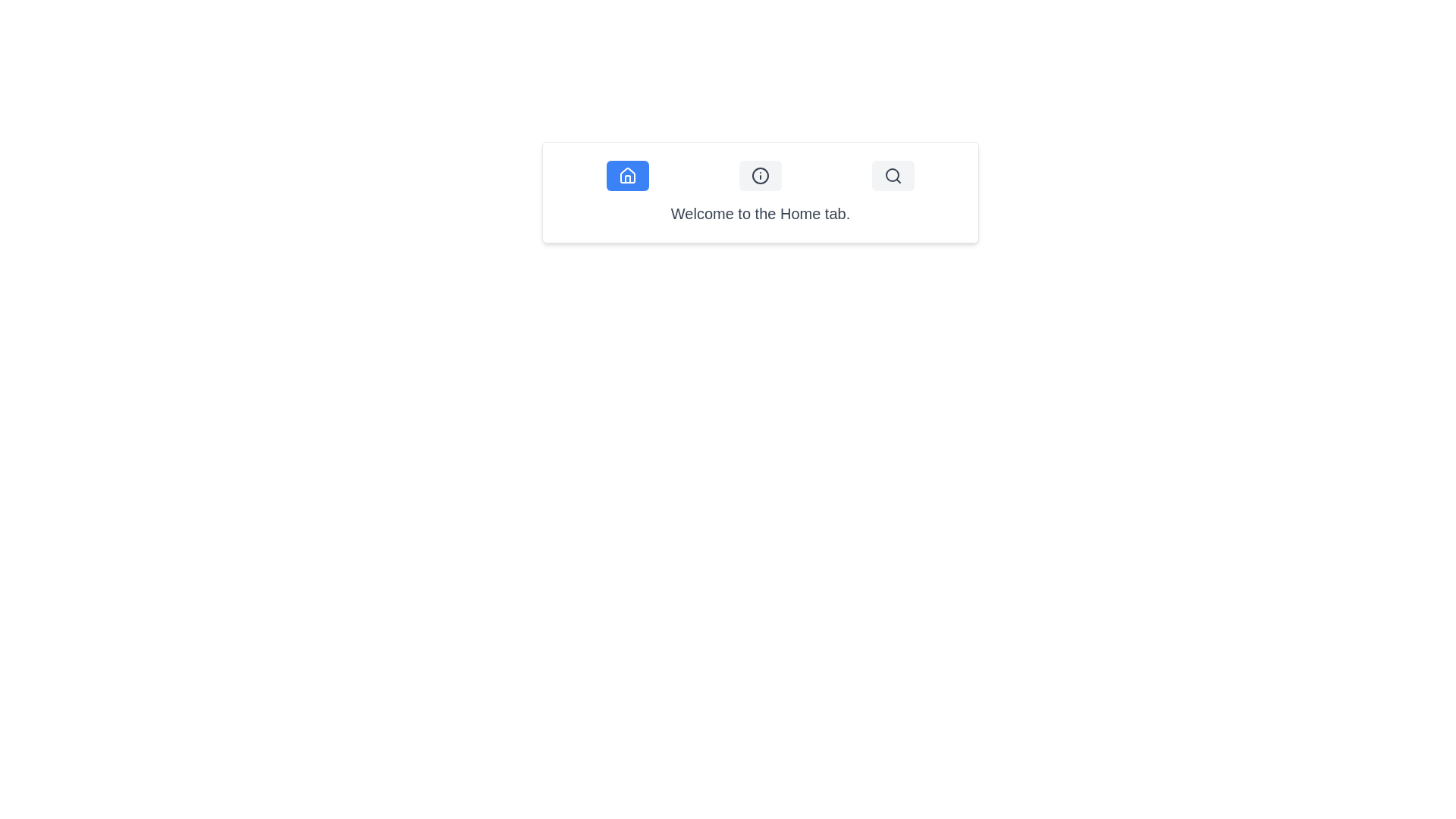 Image resolution: width=1456 pixels, height=819 pixels. Describe the element at coordinates (893, 174) in the screenshot. I see `the third button with a rounded rectangular shape and a light gray background containing a black search icon, located to the far right of the group of buttons` at that location.